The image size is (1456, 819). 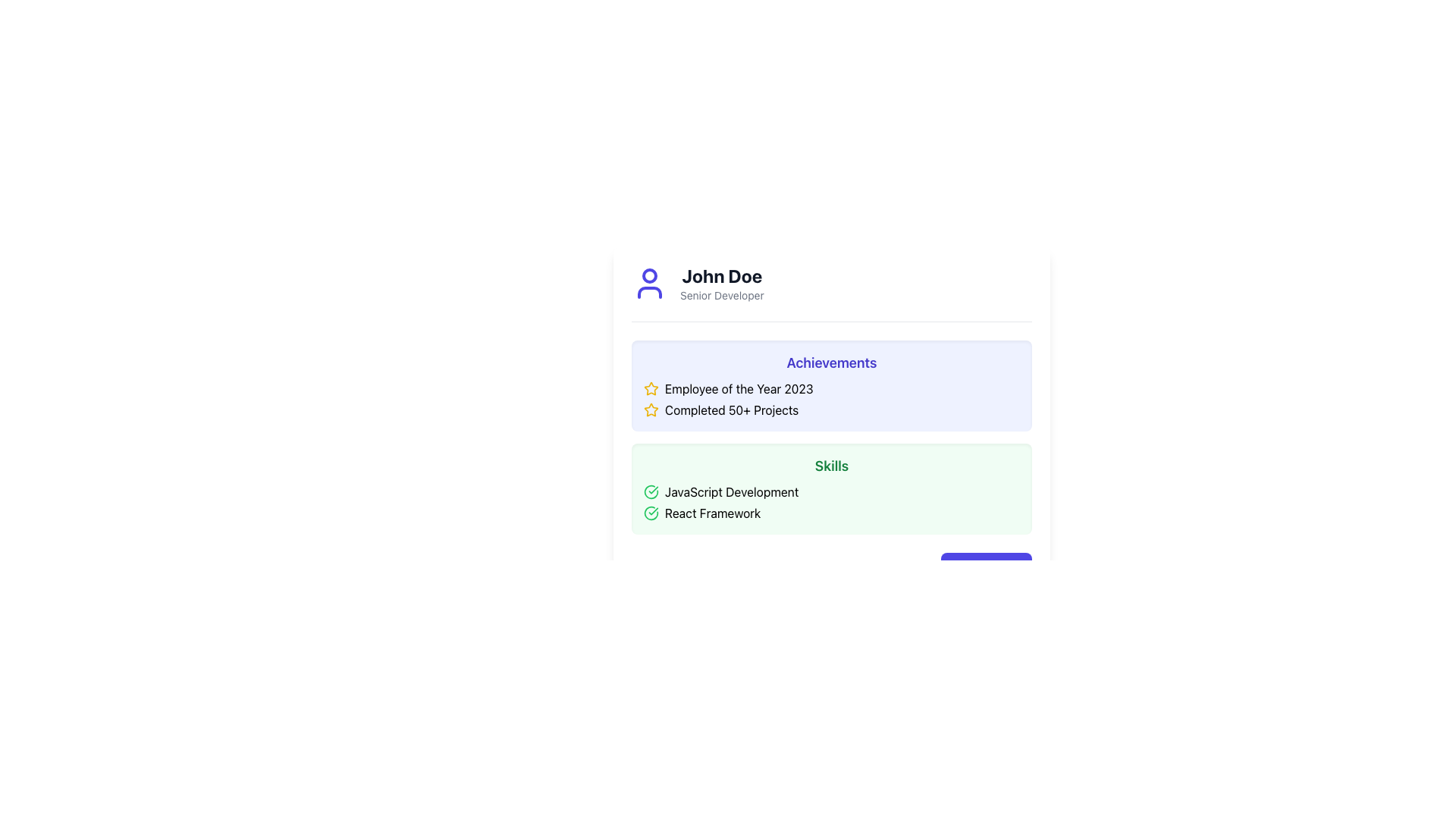 What do you see at coordinates (651, 409) in the screenshot?
I see `the star icon in the Achievements section, which symbolizes completion and is located to the left of the 'Completed 50+ Projects' text` at bounding box center [651, 409].